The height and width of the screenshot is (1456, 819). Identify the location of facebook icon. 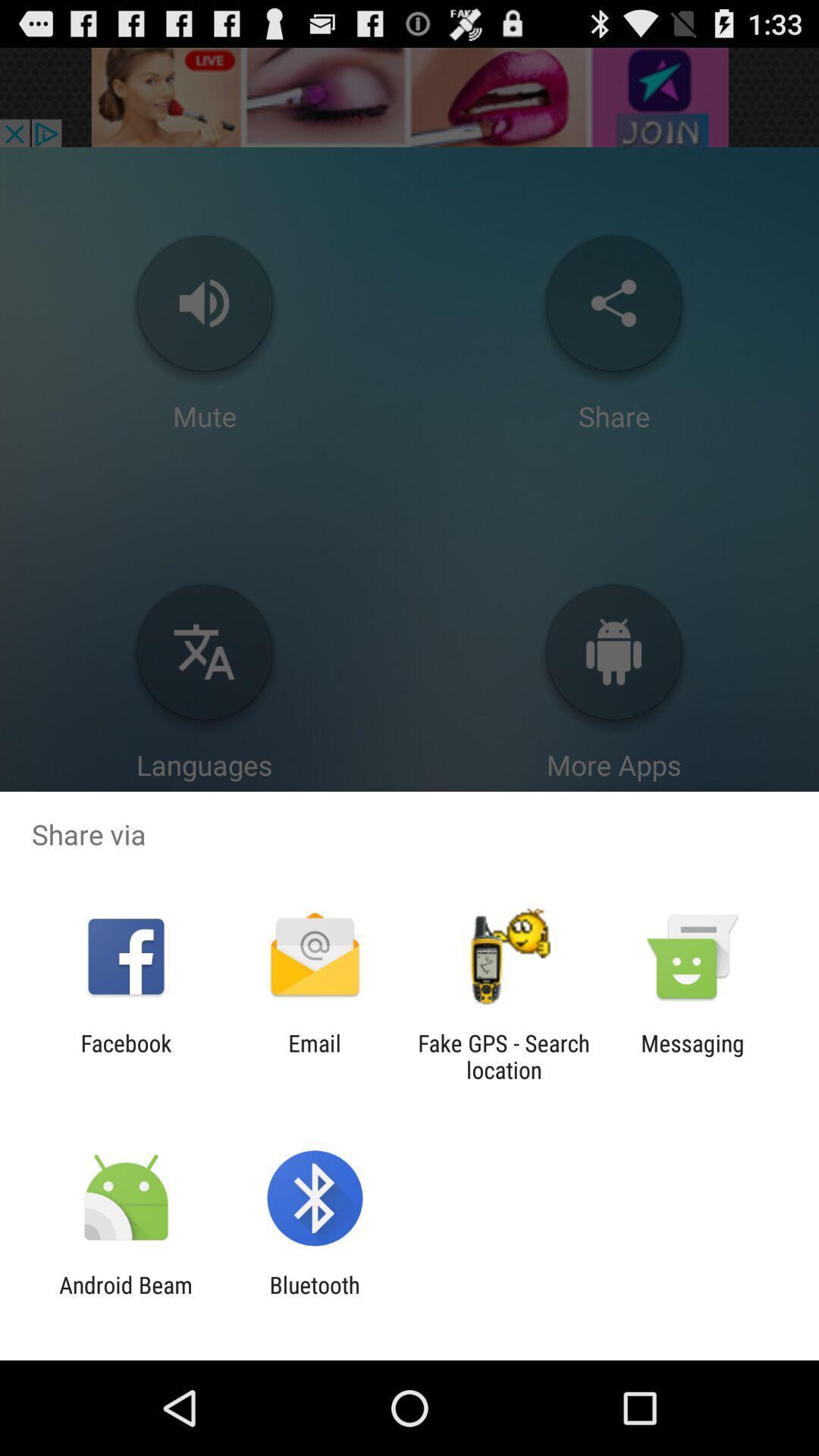
(125, 1056).